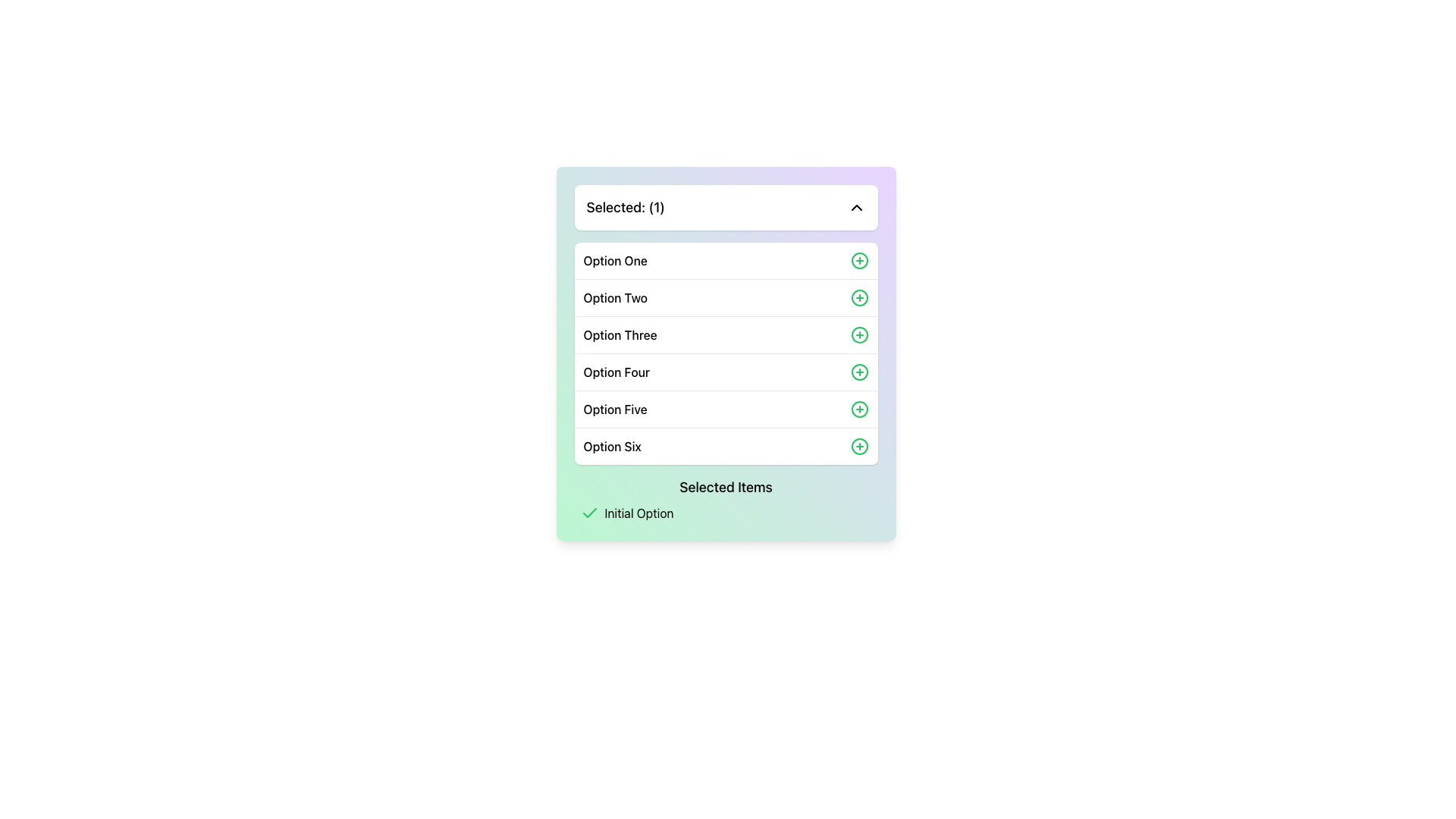  What do you see at coordinates (617, 372) in the screenshot?
I see `the static text label displaying 'Option Four', which is located on the fourth line of a vertical list under a dropdown interface and to the left of a '+' icon` at bounding box center [617, 372].